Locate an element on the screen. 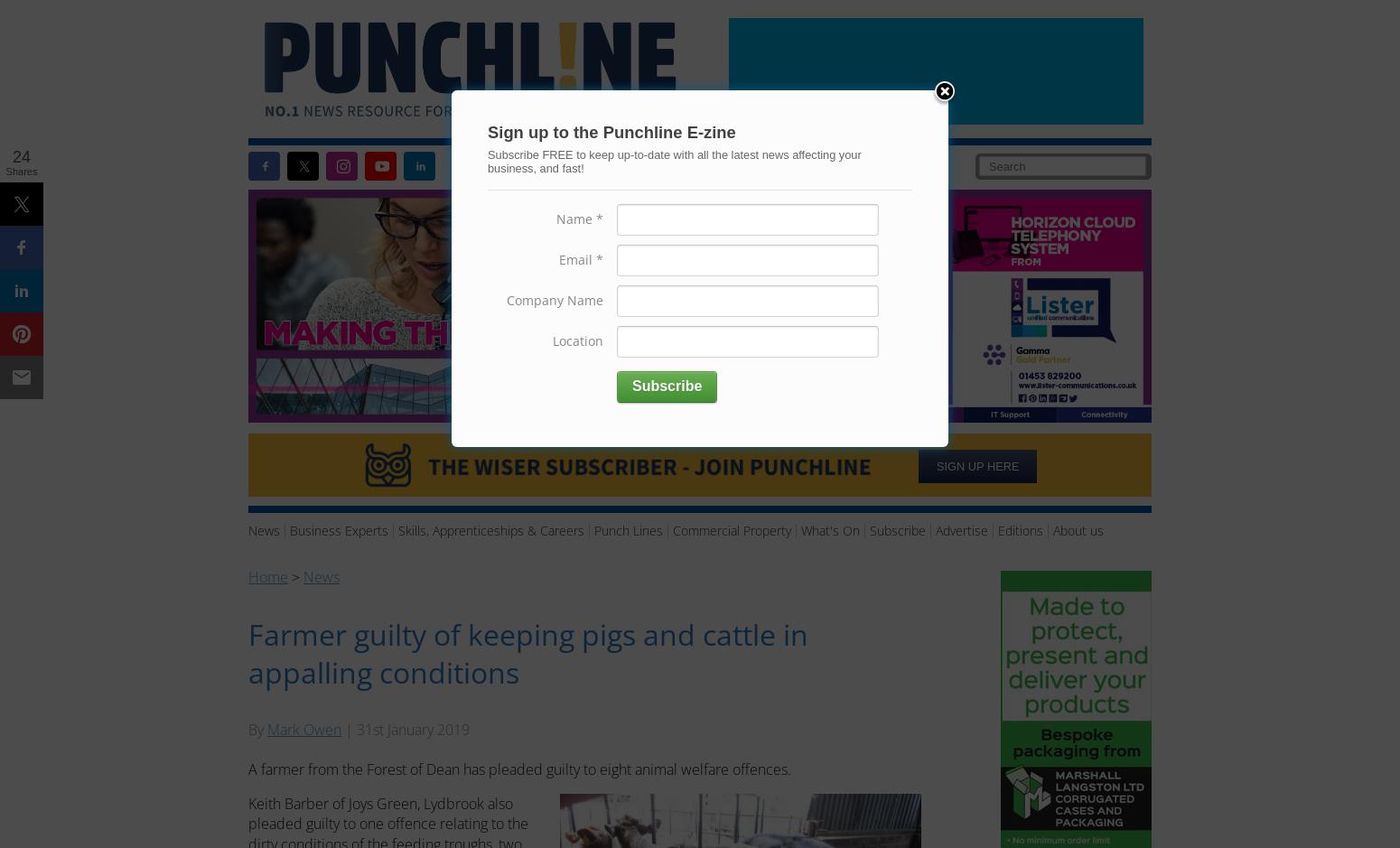 This screenshot has width=1400, height=848. 'Business Experts' is located at coordinates (338, 529).